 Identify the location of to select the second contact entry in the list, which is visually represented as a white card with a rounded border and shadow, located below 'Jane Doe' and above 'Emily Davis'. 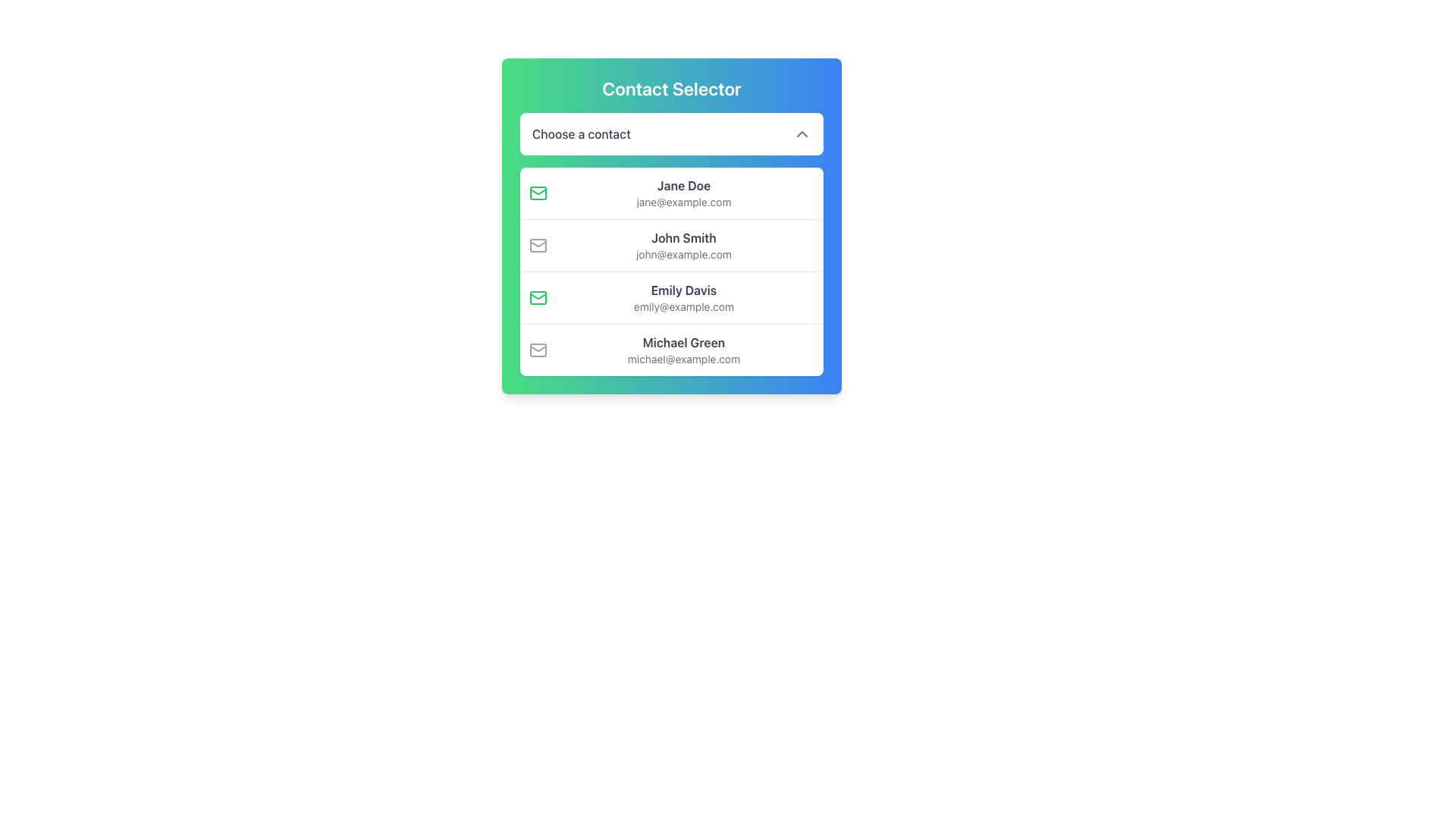
(671, 244).